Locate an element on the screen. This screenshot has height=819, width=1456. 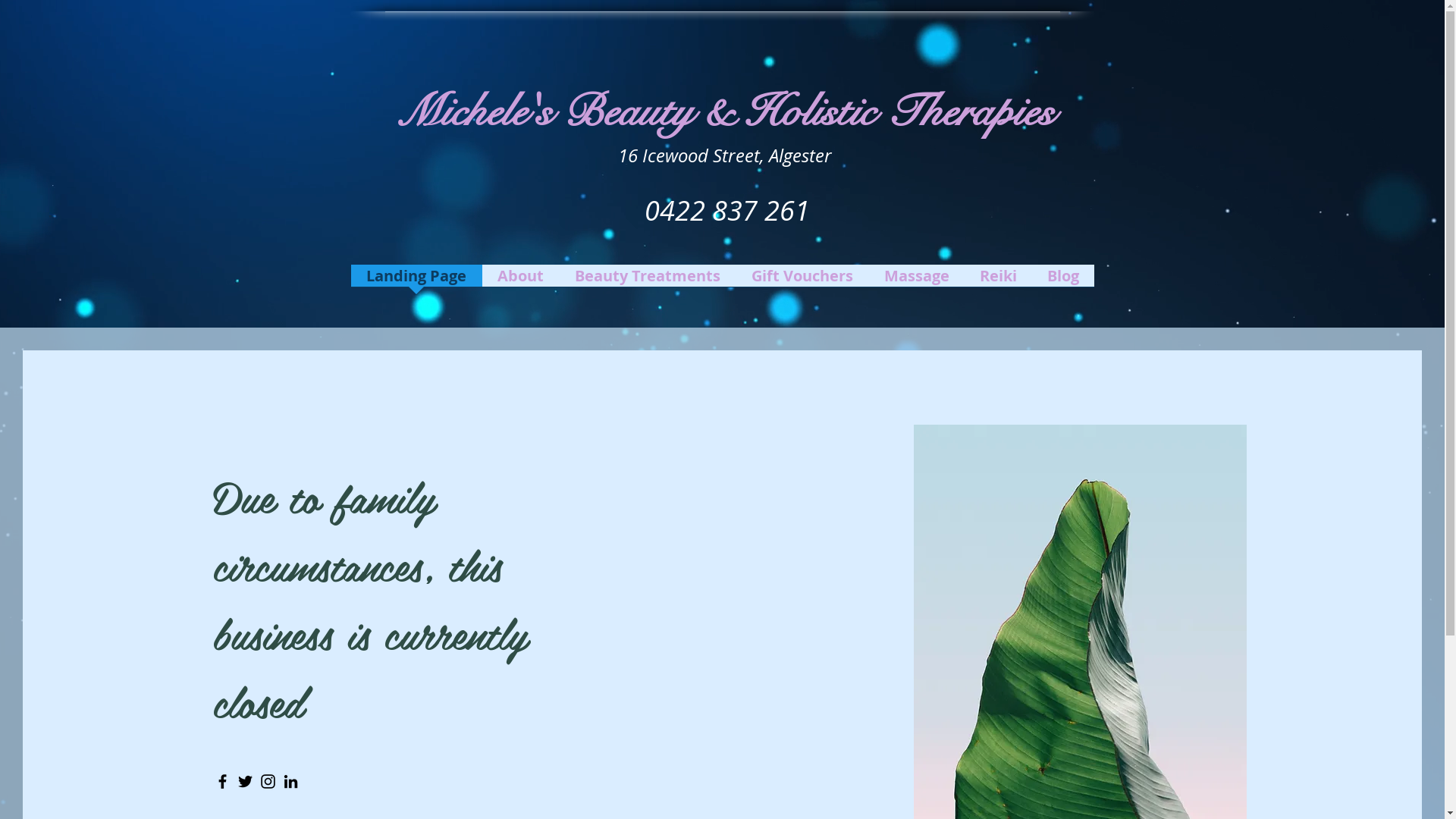
'Gift Vouchers' is located at coordinates (801, 281).